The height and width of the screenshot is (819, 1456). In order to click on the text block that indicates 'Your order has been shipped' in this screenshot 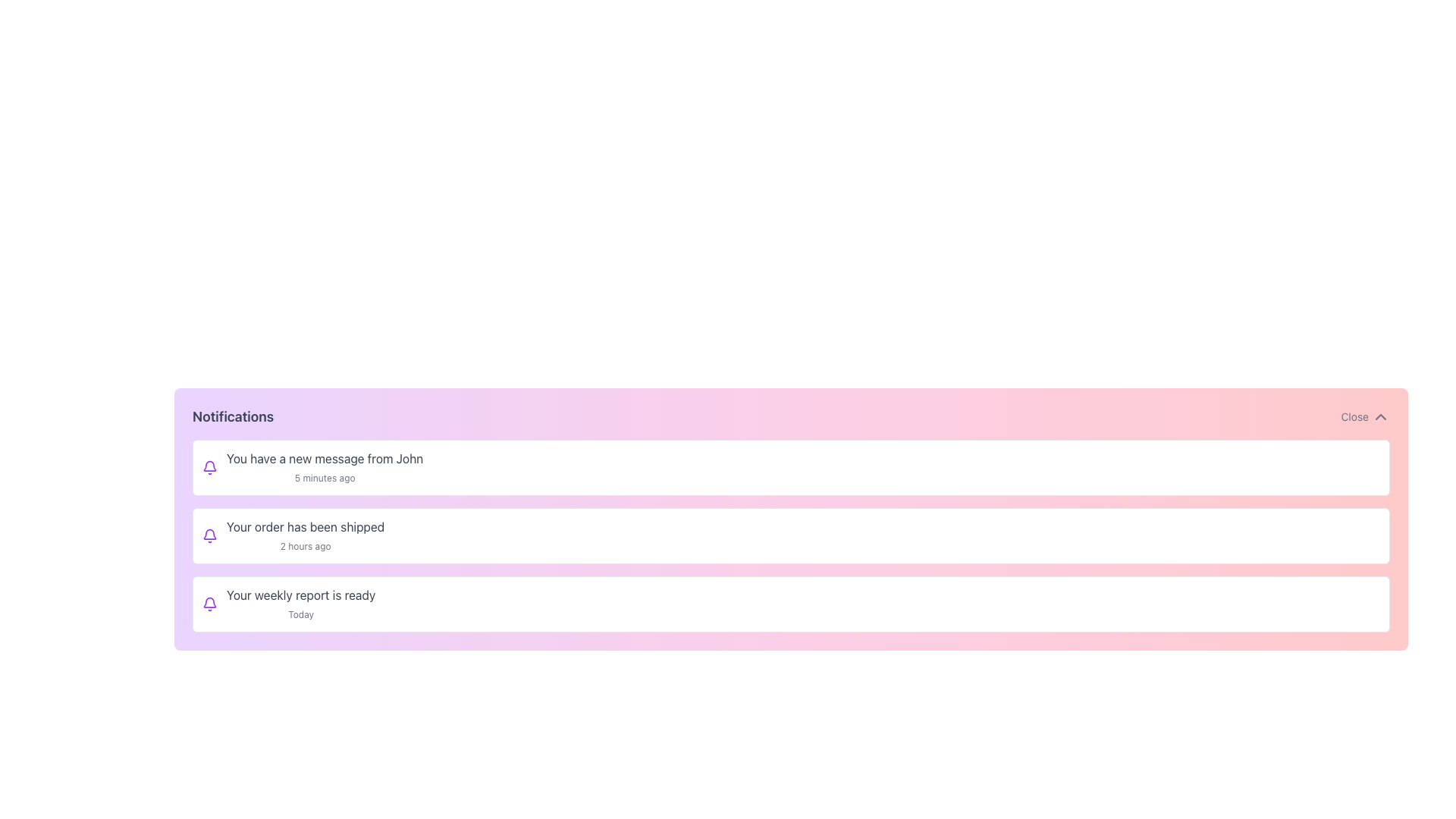, I will do `click(305, 535)`.